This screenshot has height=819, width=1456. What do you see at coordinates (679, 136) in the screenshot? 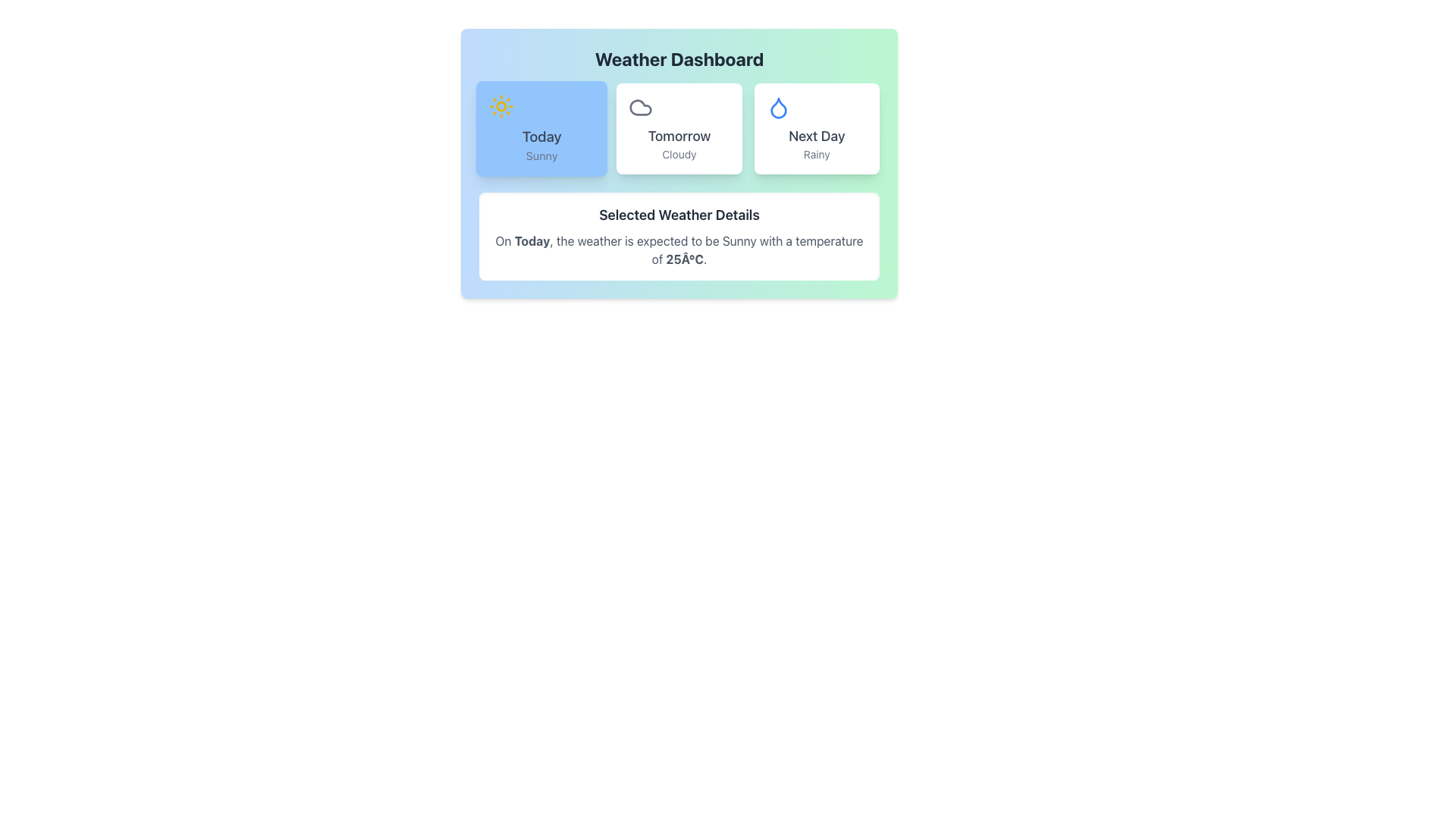
I see `the text label displaying 'Tomorrow' in dark gray, located in the middle section of the horizontal navigation bar` at bounding box center [679, 136].